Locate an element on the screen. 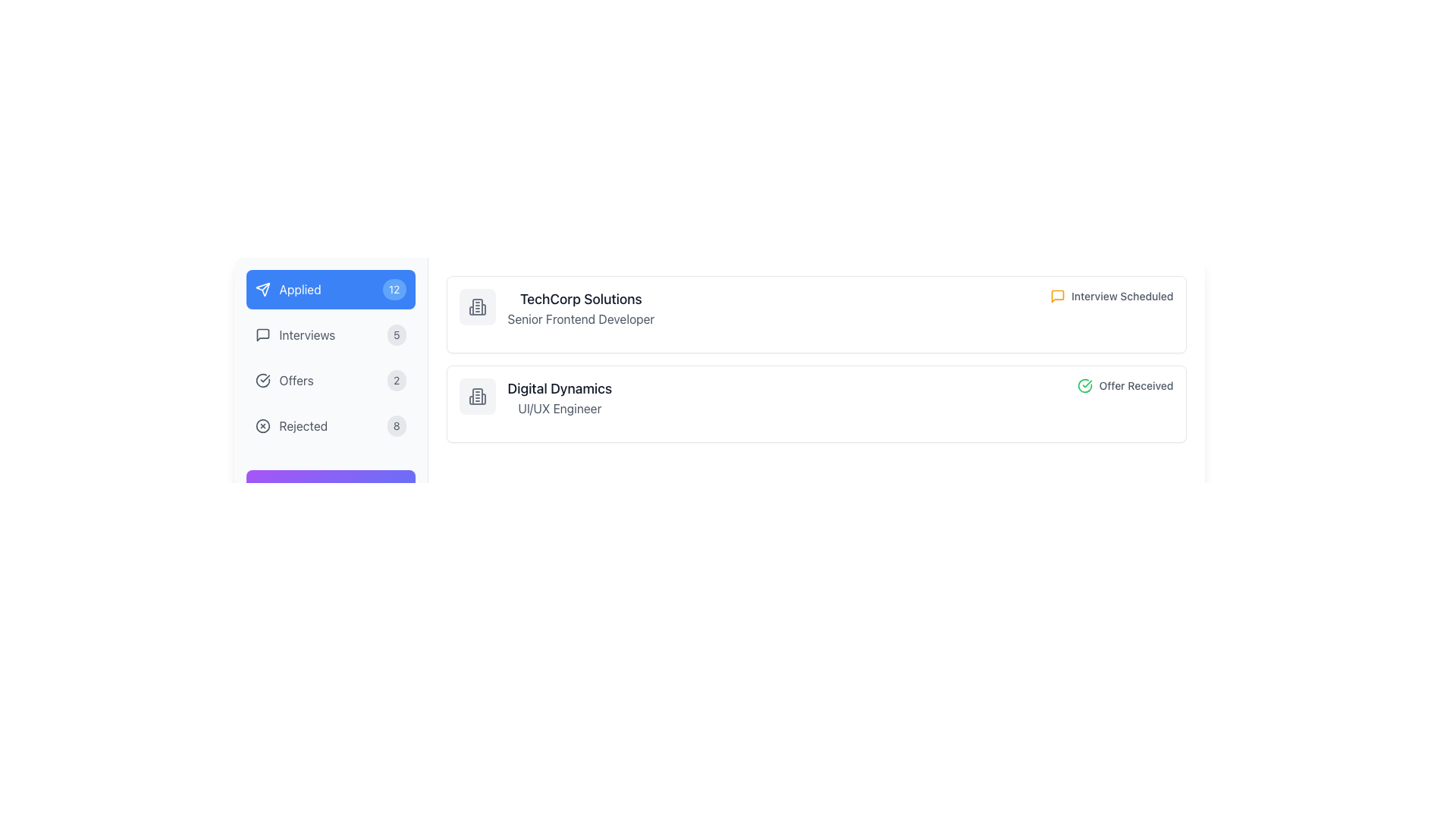 Image resolution: width=1456 pixels, height=819 pixels. the vertical rectangular building icon within the icon group located to the right of the 'Digital Dynamics' list item is located at coordinates (476, 396).